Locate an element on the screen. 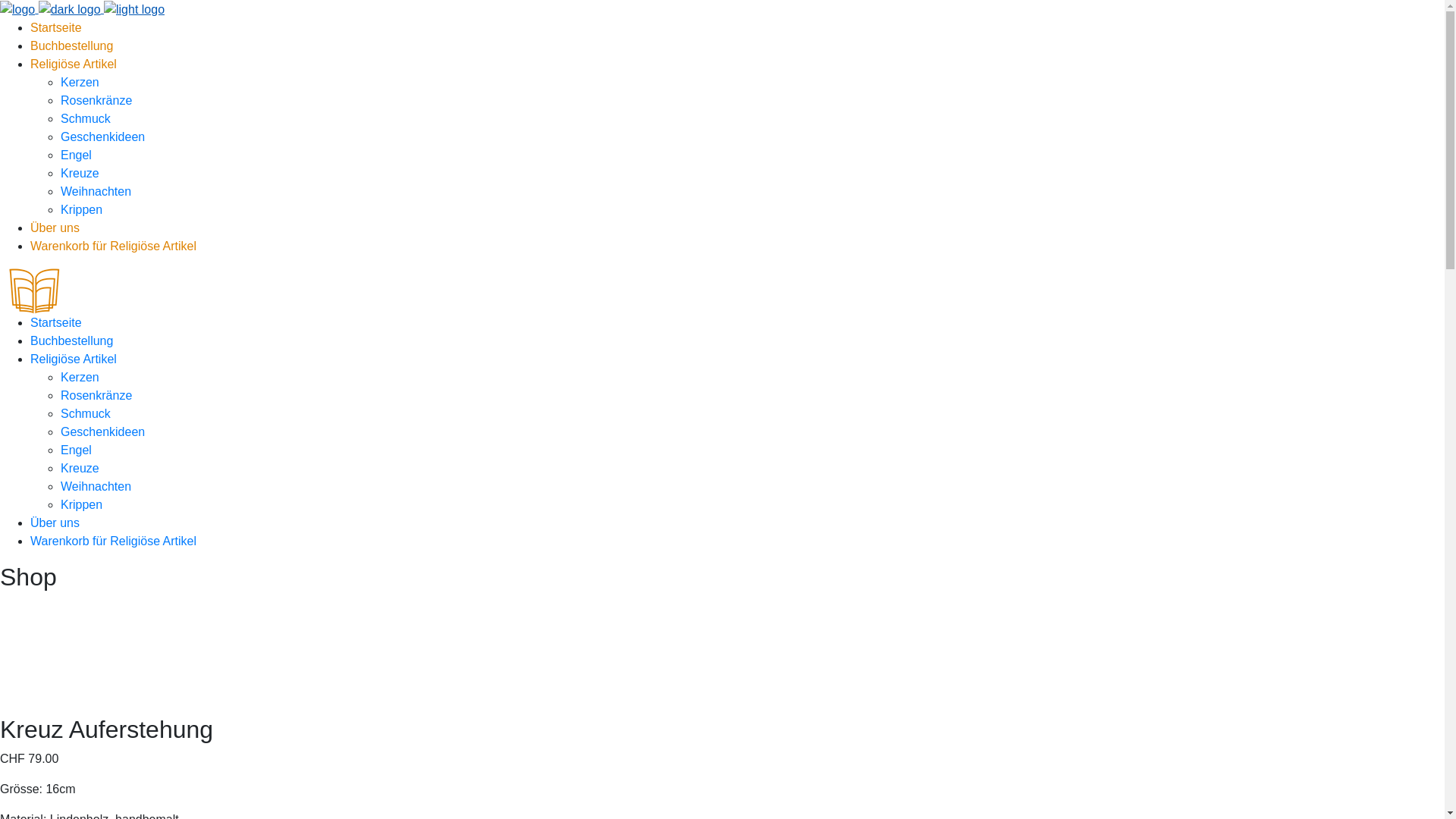 The image size is (1456, 819). 'Kerzen' is located at coordinates (79, 376).